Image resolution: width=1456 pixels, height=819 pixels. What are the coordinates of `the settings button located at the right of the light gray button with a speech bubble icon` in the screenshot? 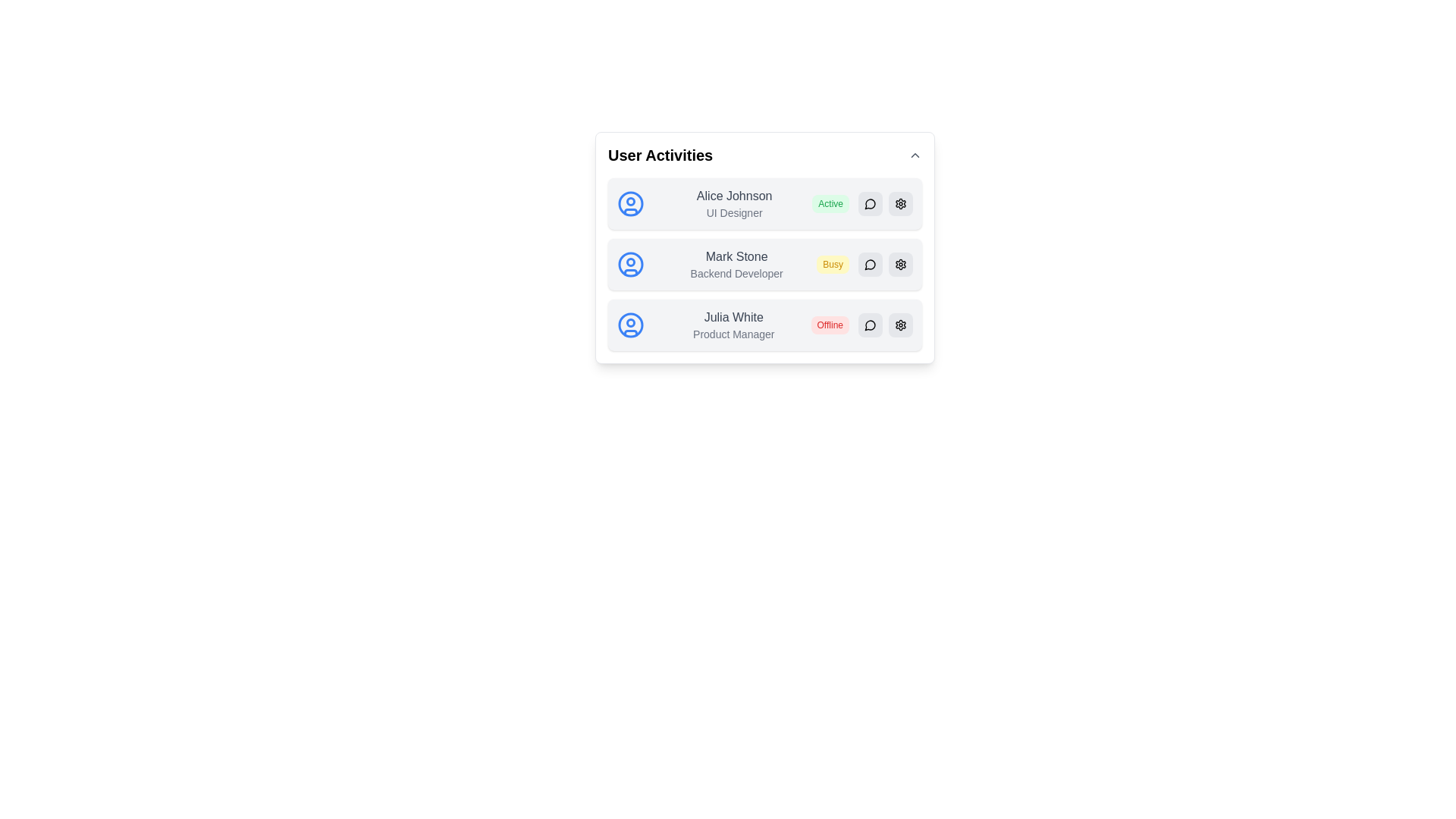 It's located at (901, 203).